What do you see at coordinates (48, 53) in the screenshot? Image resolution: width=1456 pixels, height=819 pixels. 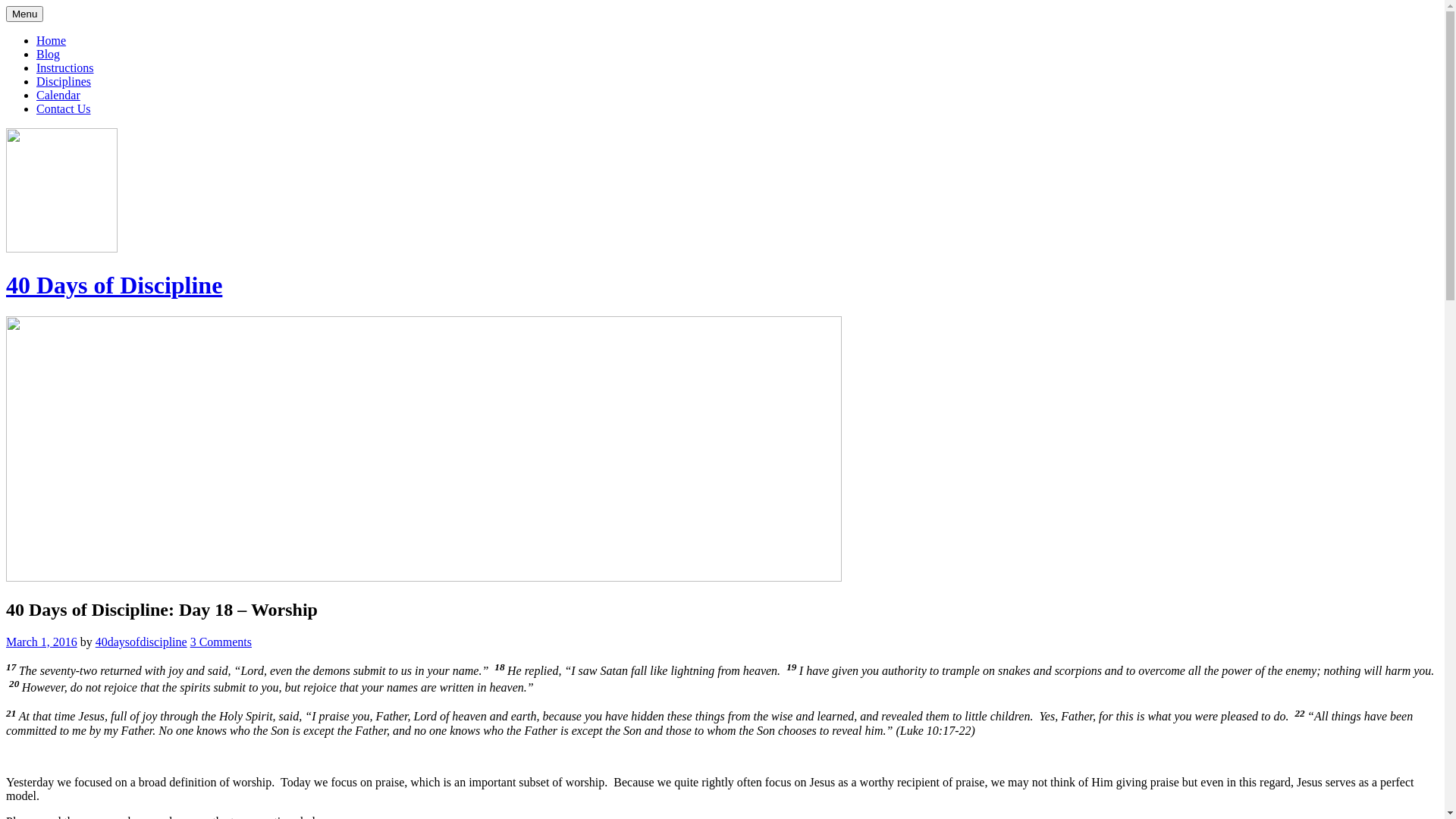 I see `'Blog'` at bounding box center [48, 53].